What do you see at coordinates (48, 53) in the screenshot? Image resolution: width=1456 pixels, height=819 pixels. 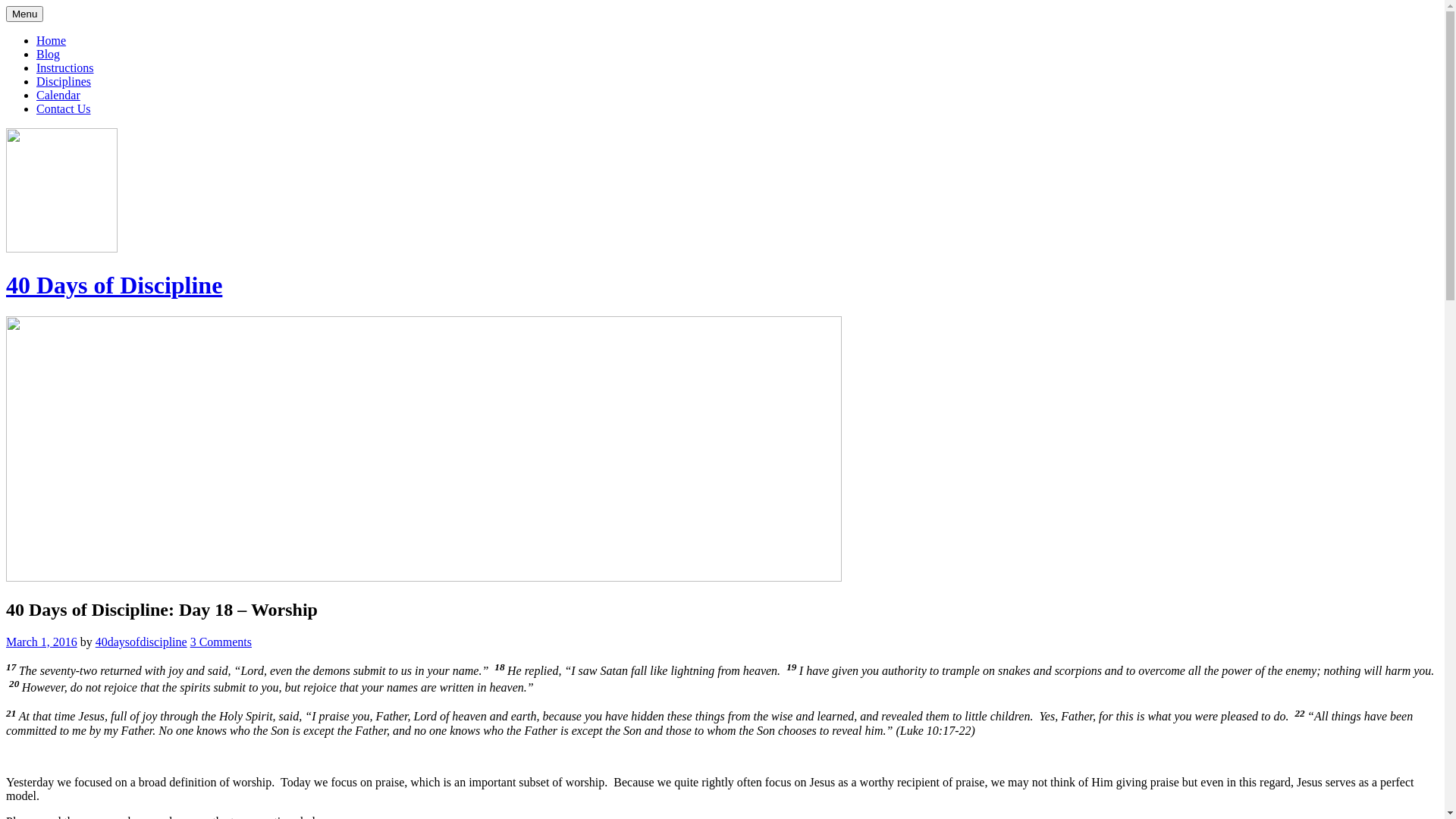 I see `'Blog'` at bounding box center [48, 53].